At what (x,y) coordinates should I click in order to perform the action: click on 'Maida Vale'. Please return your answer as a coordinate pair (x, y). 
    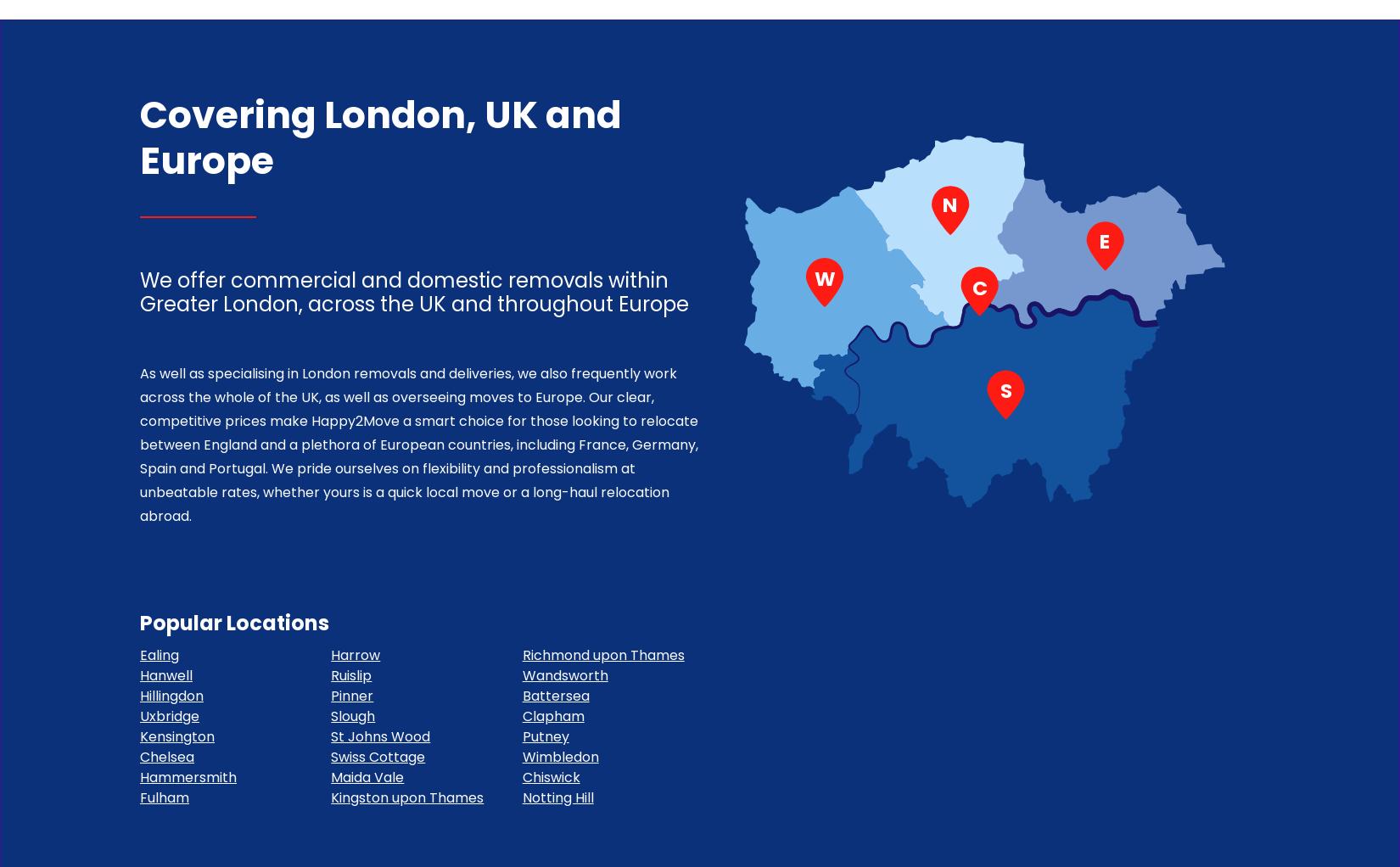
    Looking at the image, I should click on (366, 777).